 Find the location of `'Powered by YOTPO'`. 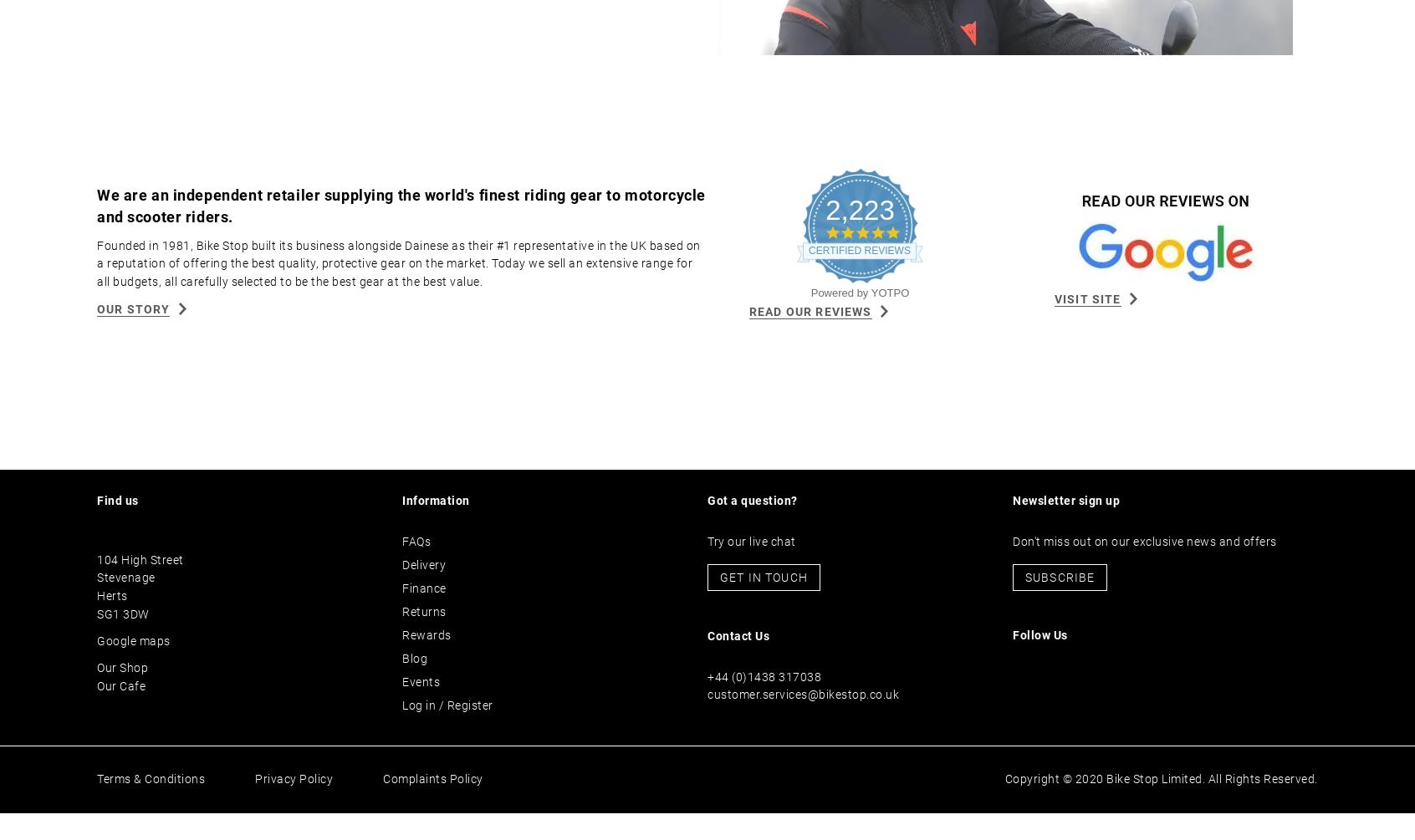

'Powered by YOTPO' is located at coordinates (859, 320).